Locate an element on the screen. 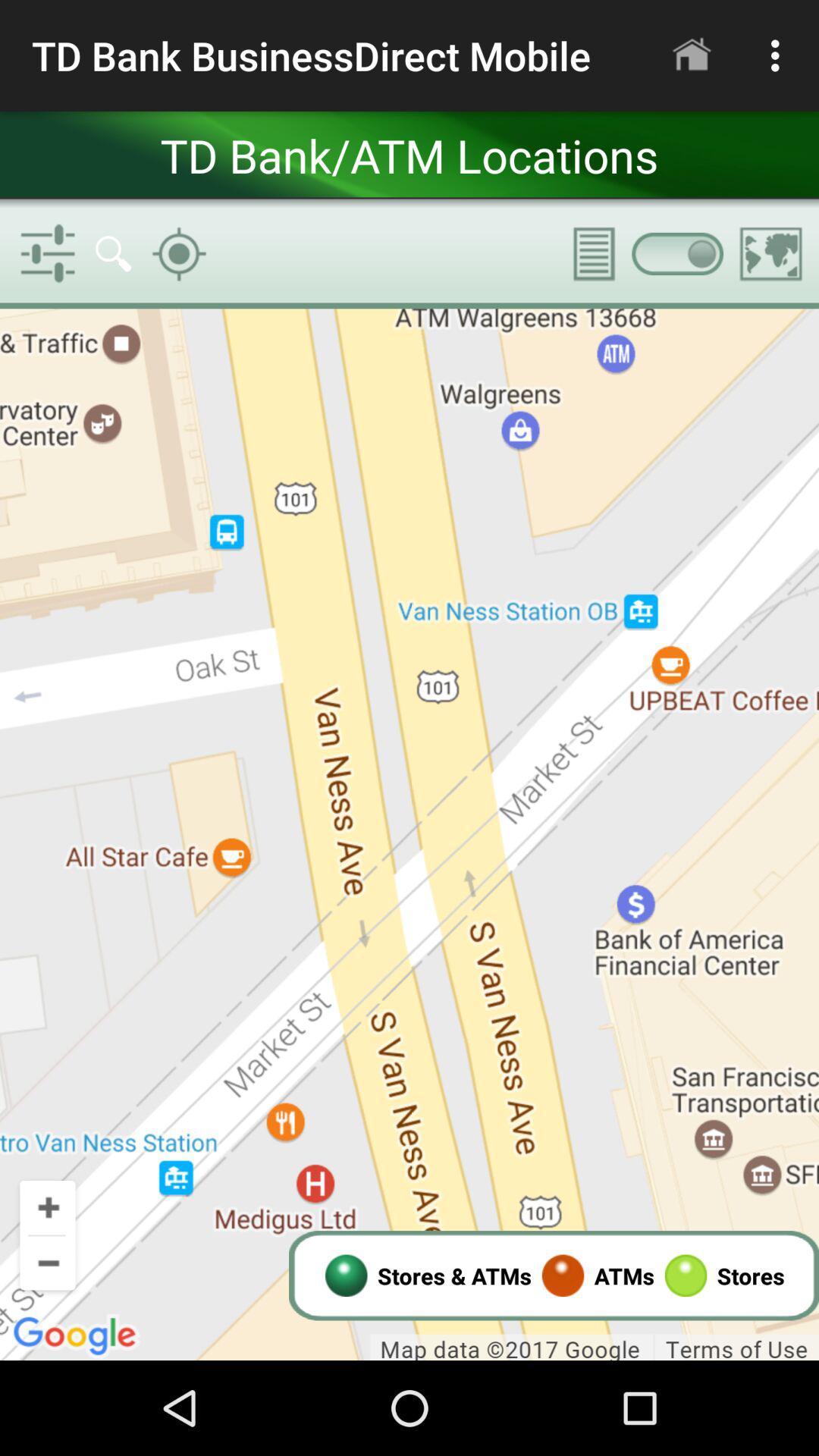 The width and height of the screenshot is (819, 1456). interactive map is located at coordinates (409, 833).